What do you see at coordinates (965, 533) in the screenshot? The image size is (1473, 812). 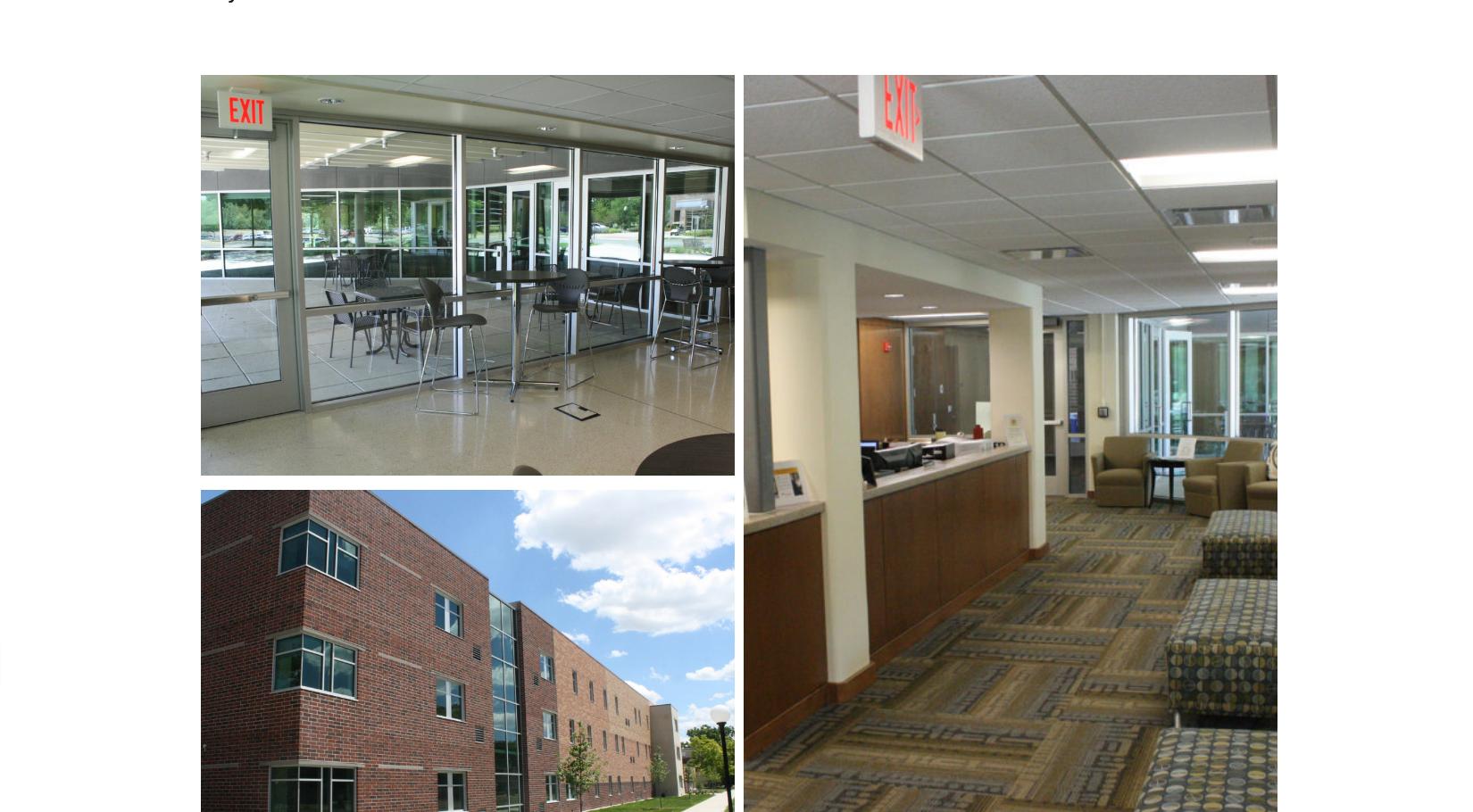 I see `'Contact'` at bounding box center [965, 533].